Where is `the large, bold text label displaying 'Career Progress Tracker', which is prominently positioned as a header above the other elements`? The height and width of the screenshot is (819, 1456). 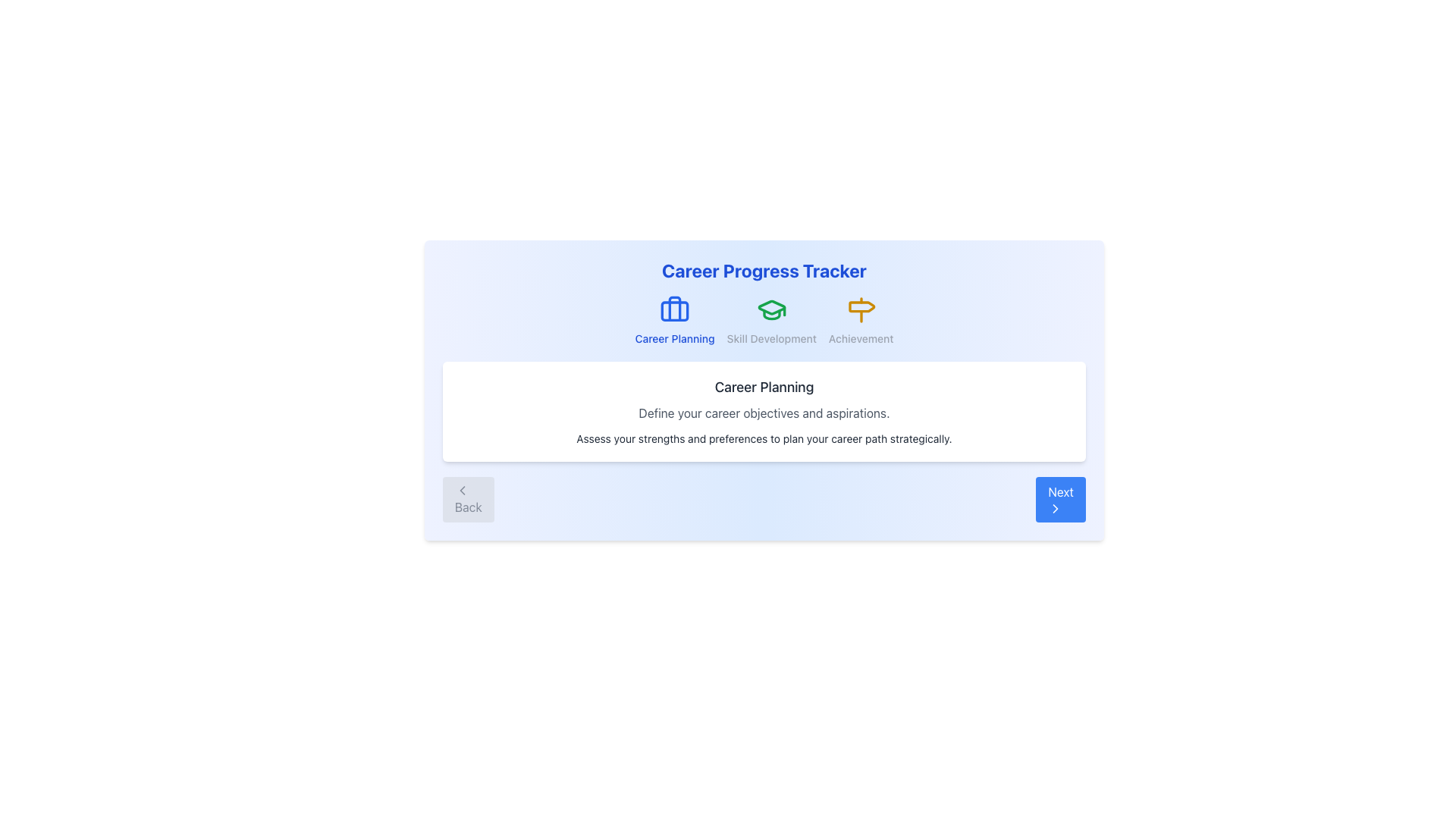 the large, bold text label displaying 'Career Progress Tracker', which is prominently positioned as a header above the other elements is located at coordinates (764, 270).